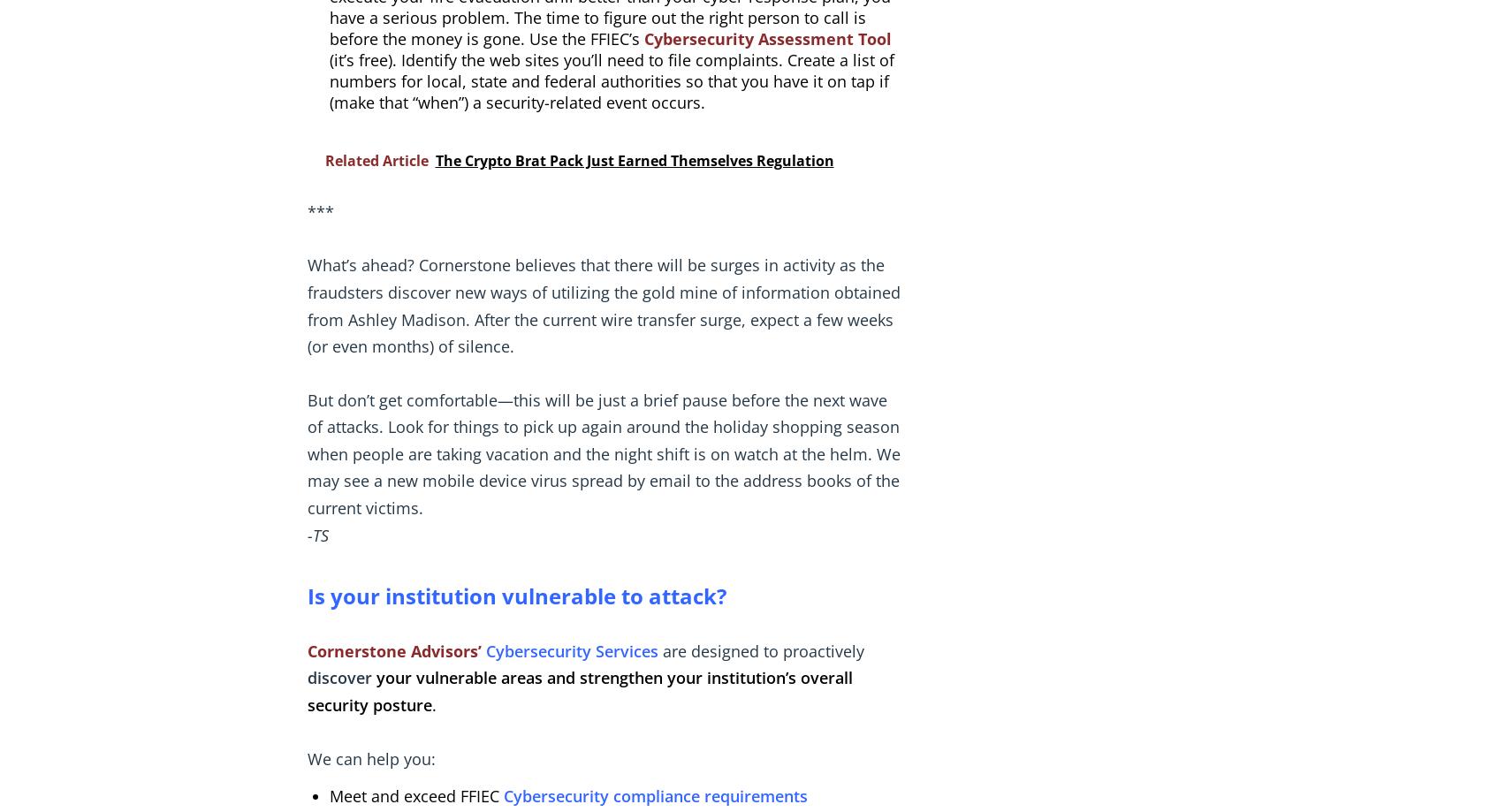 Image resolution: width=1498 pixels, height=812 pixels. I want to click on 'What’s ahead? Cornerstone believes that there will be surges in activity as the fraudsters discover new ways of utilizing the gold mine of information obtained from Ashley Madison. After the current wire transfer surge, expect a few weeks (or even months) of silence.', so click(603, 305).